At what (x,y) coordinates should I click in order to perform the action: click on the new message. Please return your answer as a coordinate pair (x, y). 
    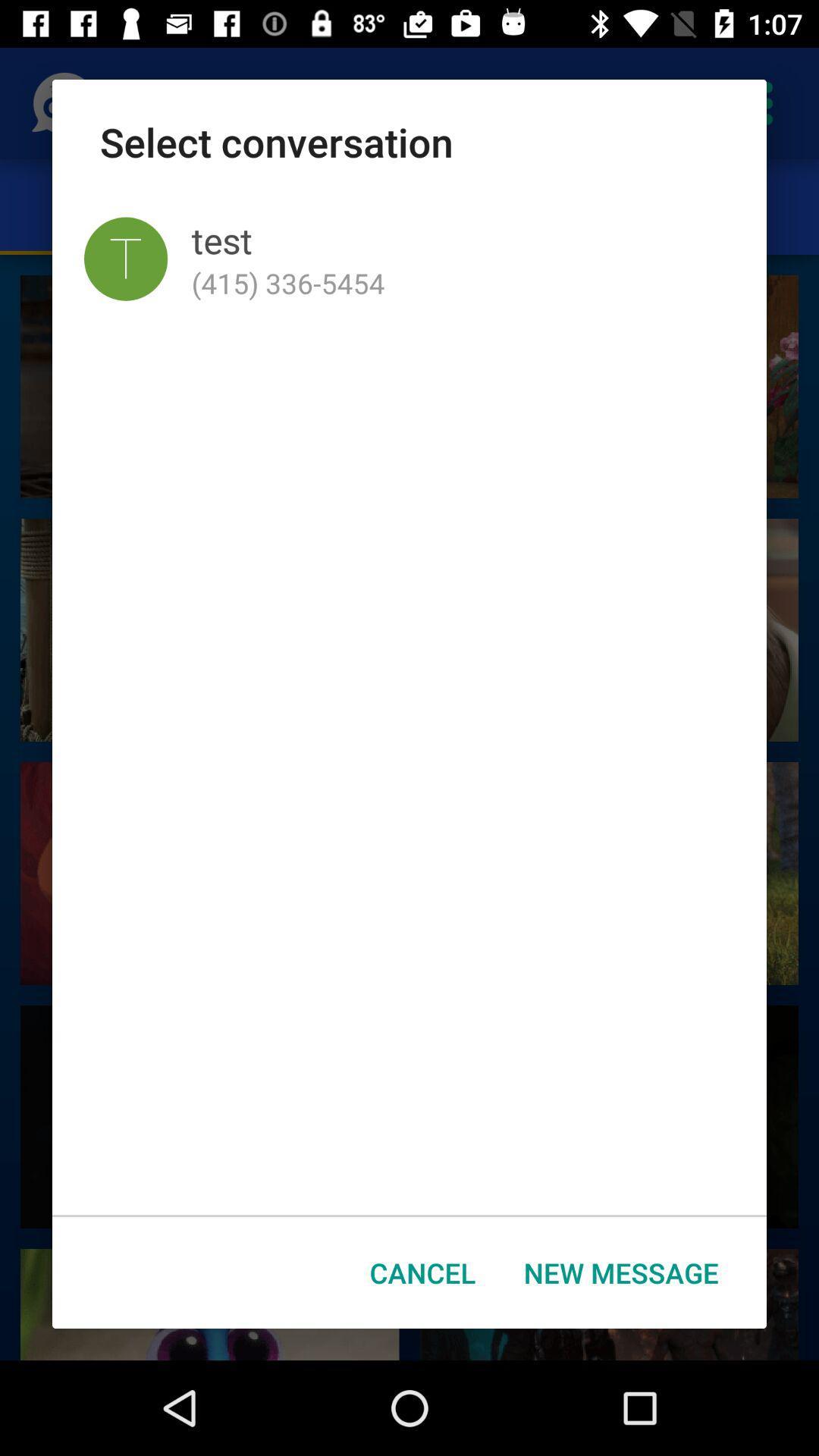
    Looking at the image, I should click on (621, 1272).